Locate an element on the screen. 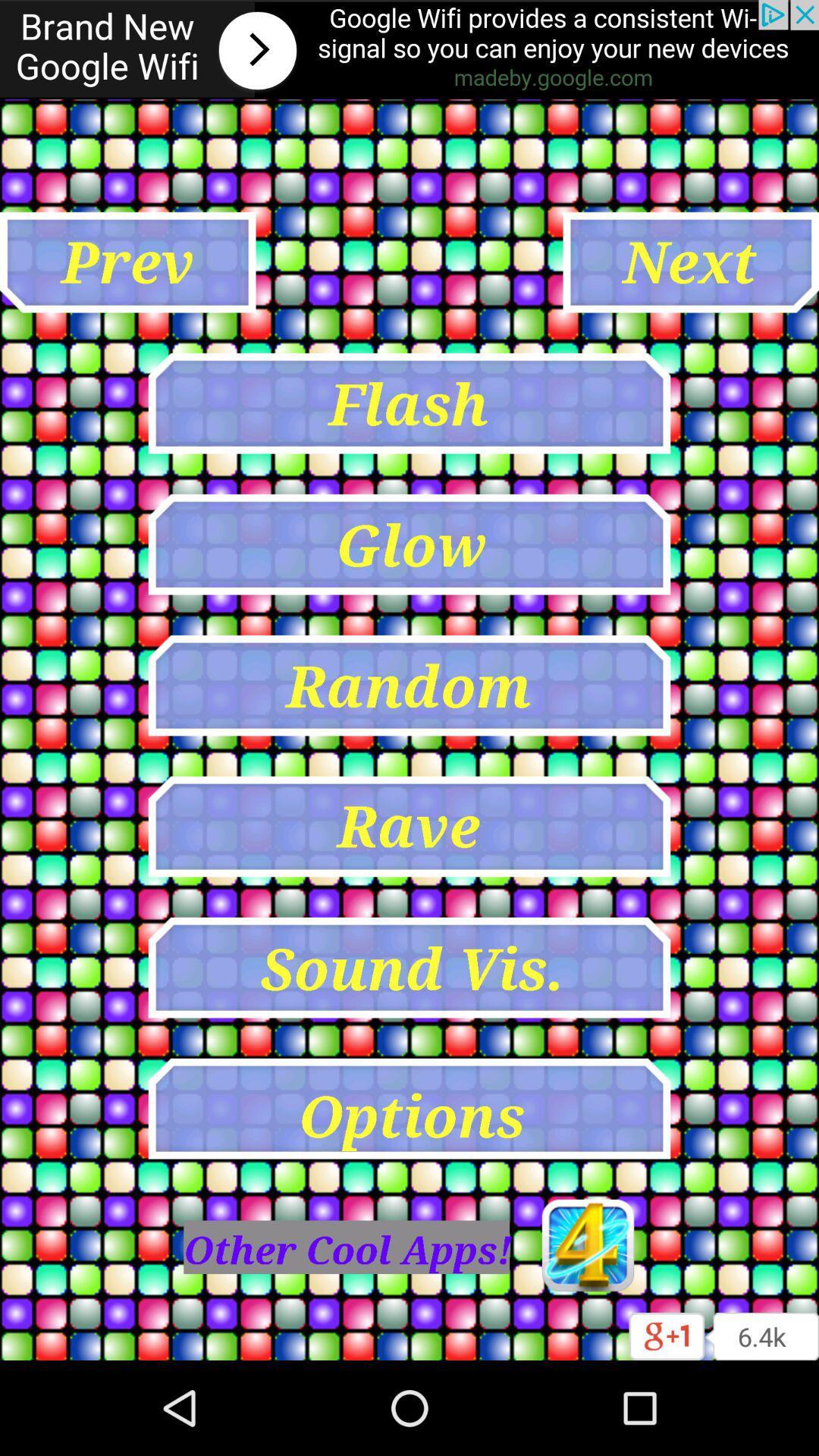  clickable advertisement is located at coordinates (409, 49).